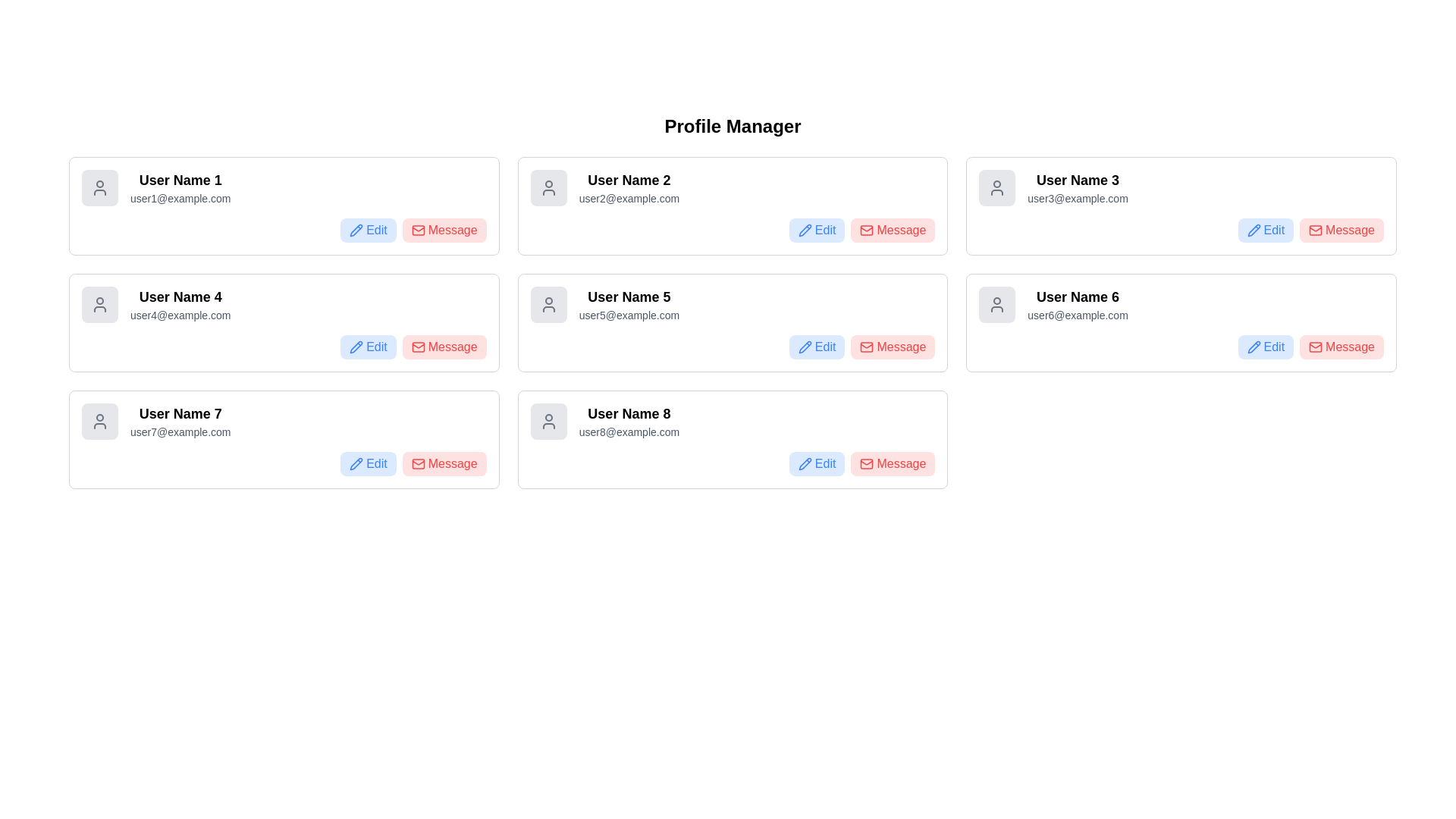 The image size is (1456, 819). I want to click on the 'Edit' text label displayed in blue font, located within the 'Edit' button of the profile card for 'User Name 6', so click(1274, 347).